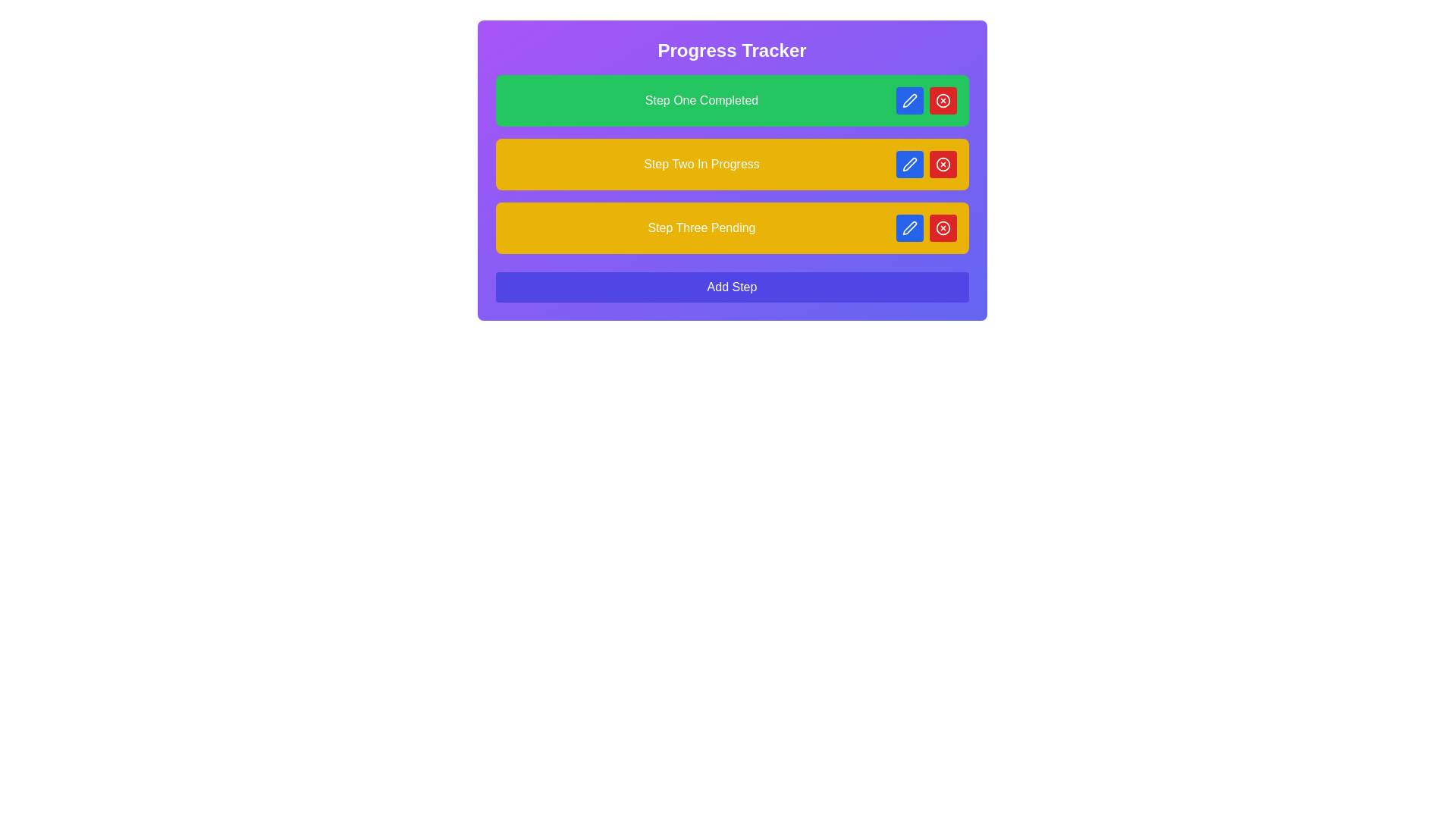 This screenshot has height=819, width=1456. I want to click on the text label that indicates the current status of the third step in the progress tracker, which displays 'Pending', so click(701, 227).